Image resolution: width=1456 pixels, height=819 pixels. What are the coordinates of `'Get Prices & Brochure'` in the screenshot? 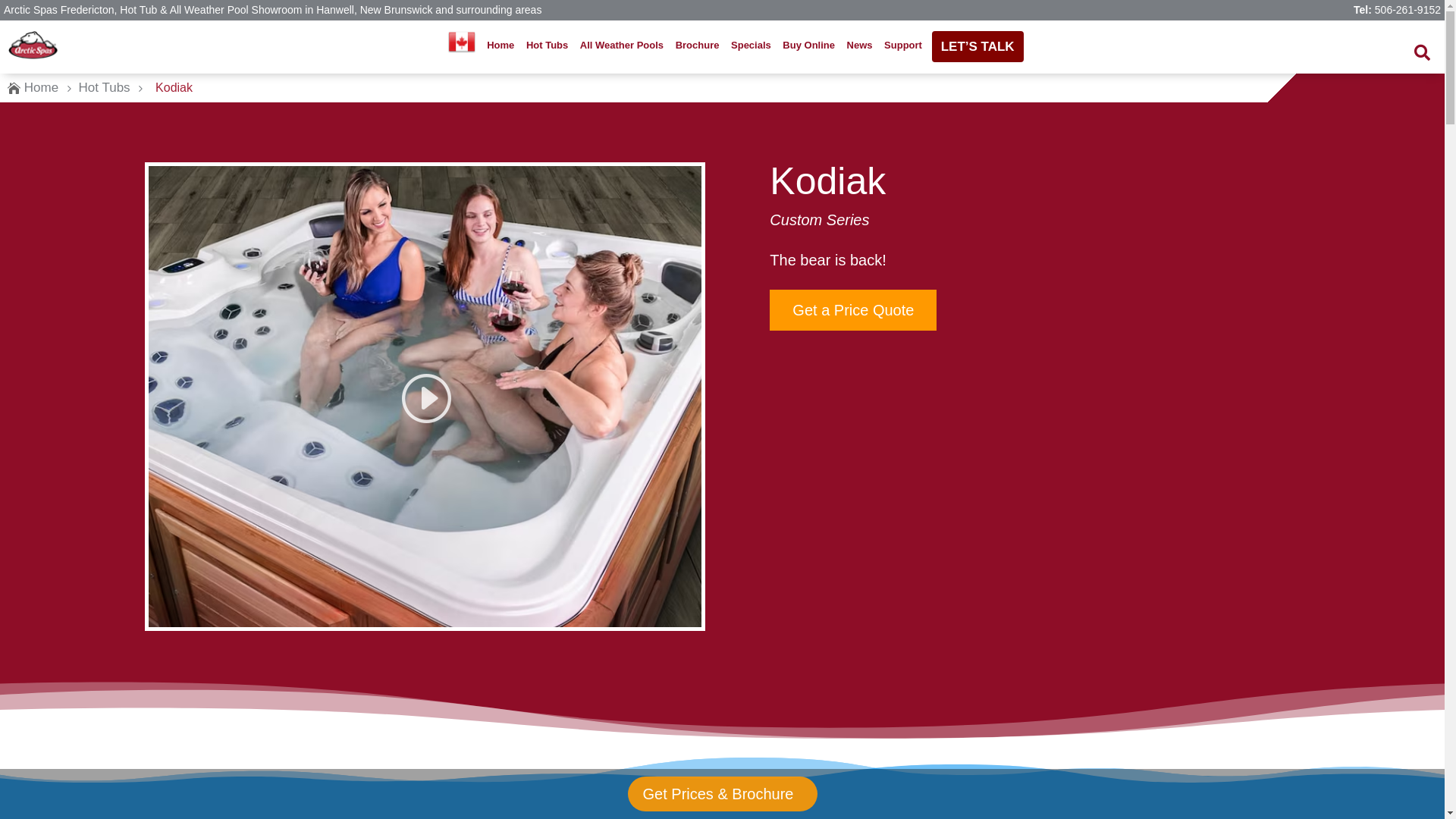 It's located at (720, 792).